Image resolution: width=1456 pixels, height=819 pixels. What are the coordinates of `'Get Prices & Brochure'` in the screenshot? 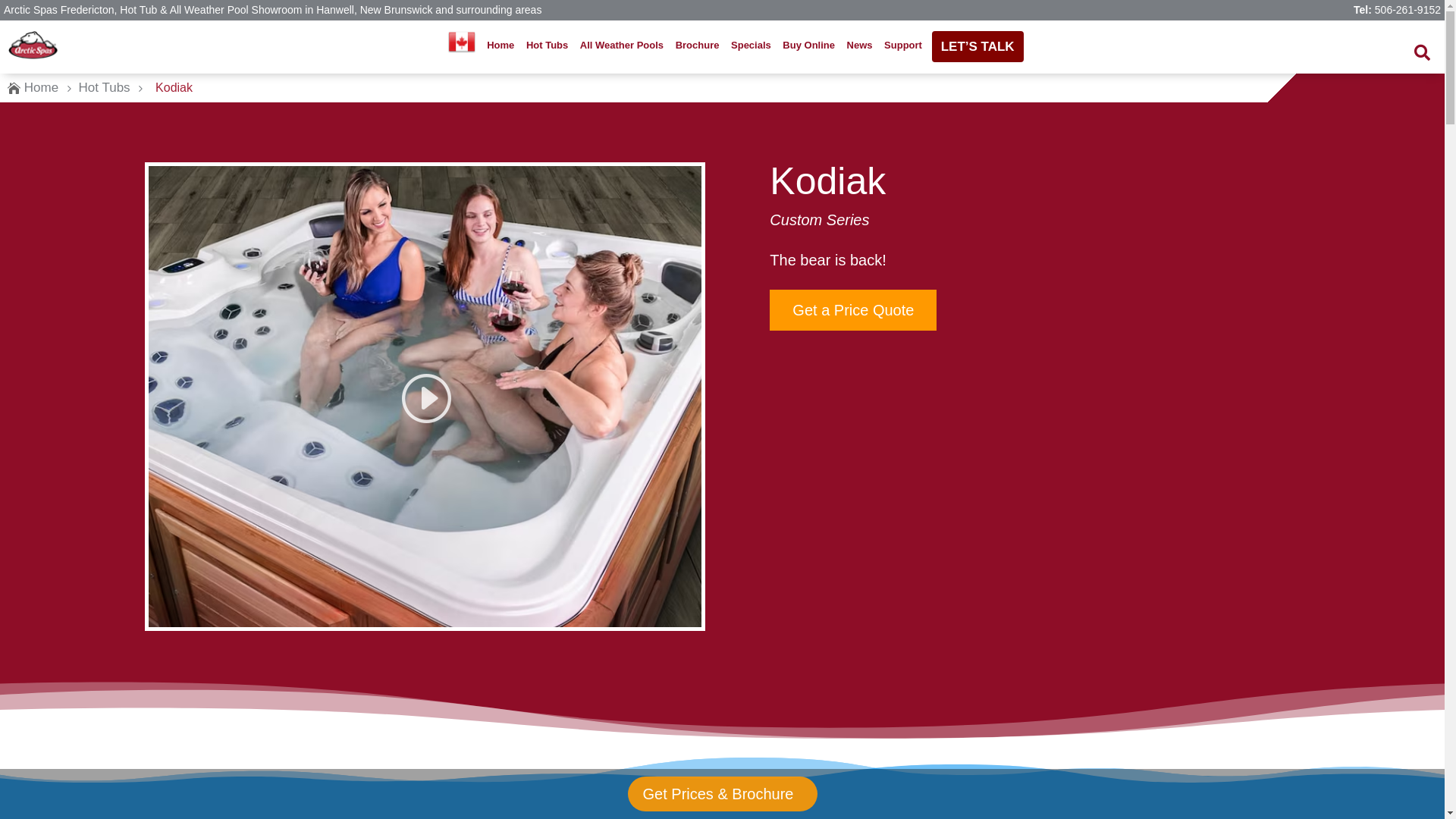 It's located at (720, 792).